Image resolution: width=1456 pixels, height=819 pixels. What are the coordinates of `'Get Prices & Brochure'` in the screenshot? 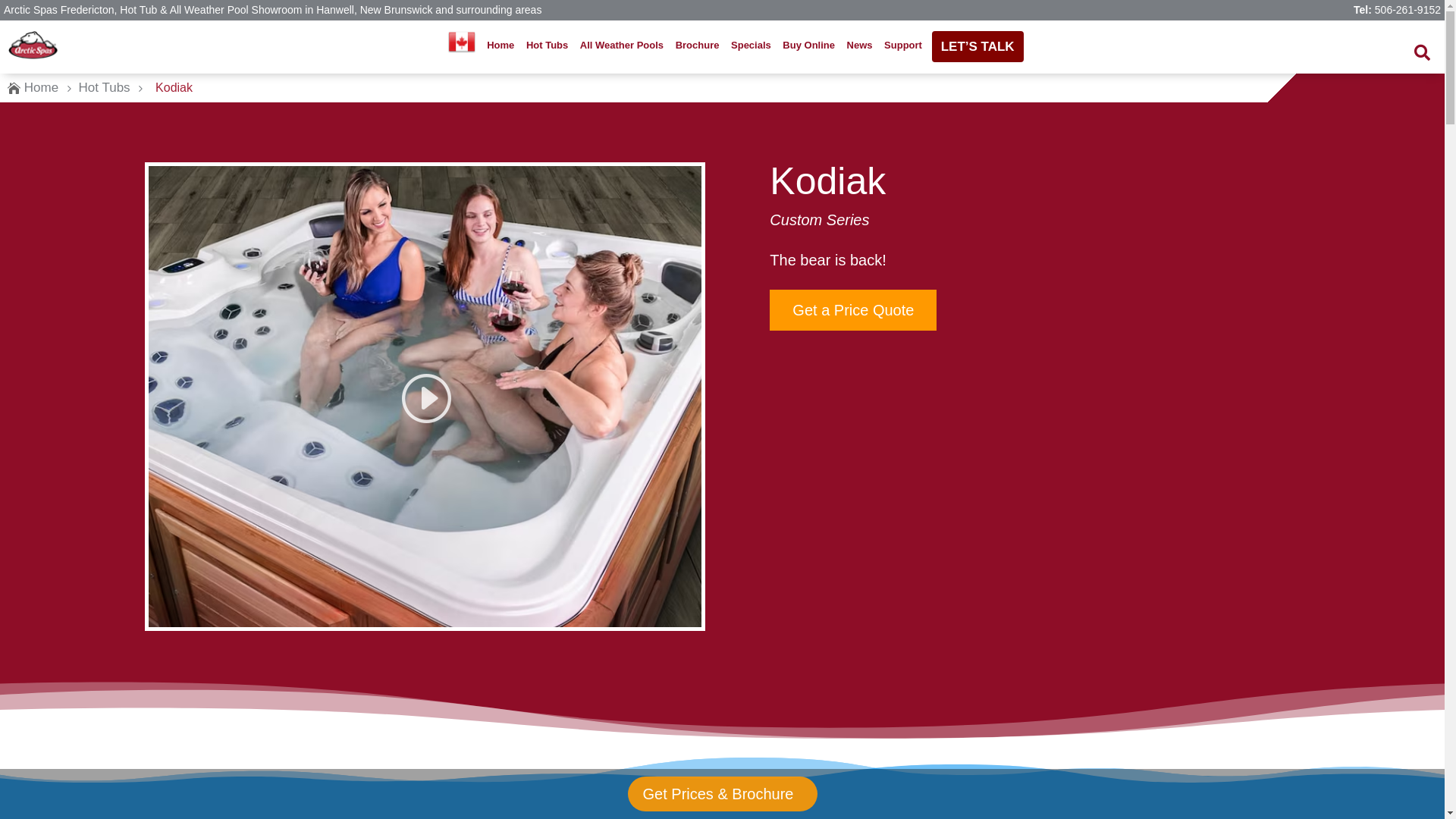 It's located at (720, 792).